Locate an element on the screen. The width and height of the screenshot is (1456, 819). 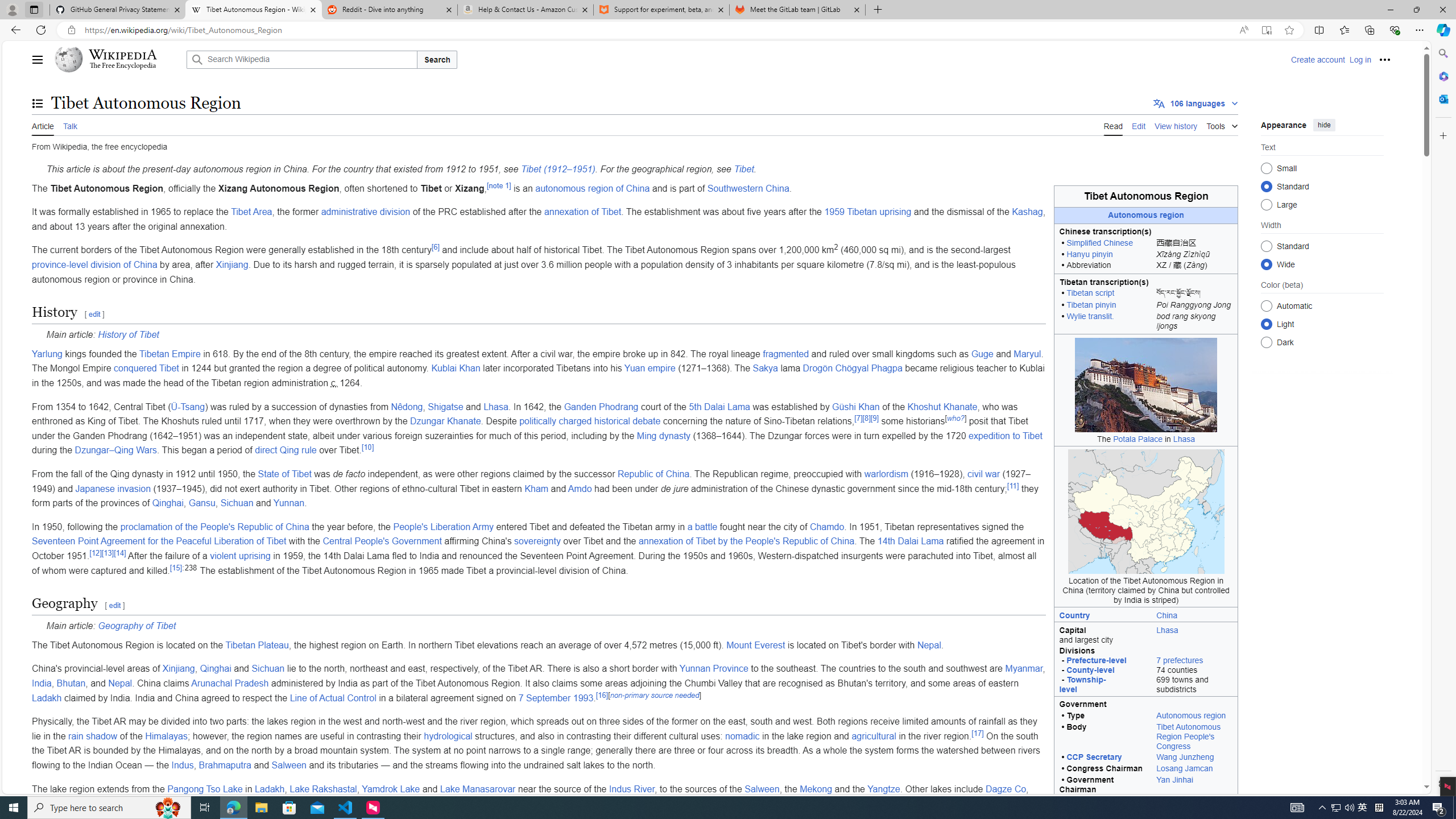
'sovereignty' is located at coordinates (536, 540).